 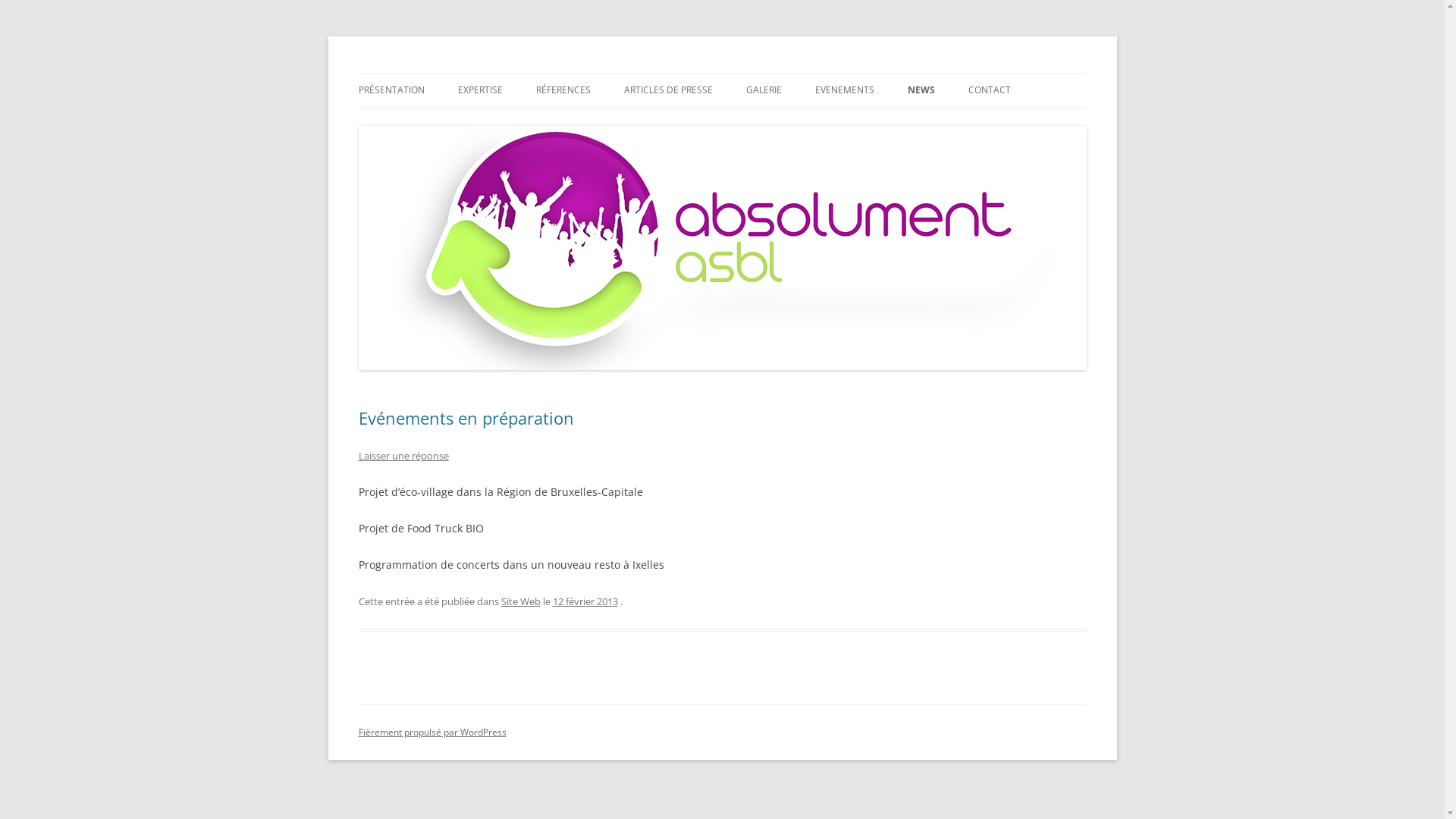 I want to click on 'EVENEMENTS', so click(x=843, y=90).